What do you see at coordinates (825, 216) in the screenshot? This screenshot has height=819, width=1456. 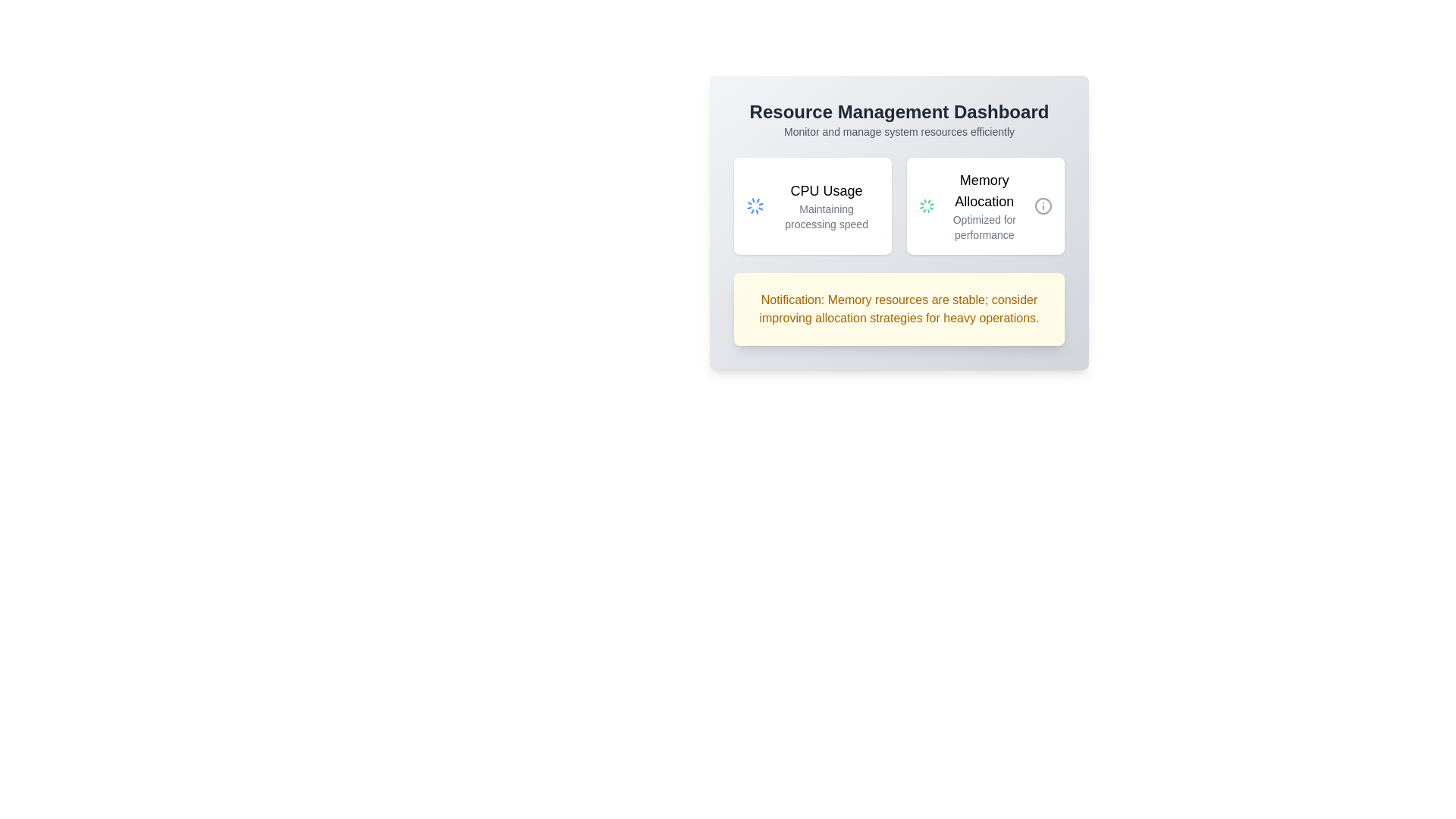 I see `the text label element containing the phrase 'Maintaining processing speed,' which is located below 'CPU Usage' in a card on the left side of the dashboard` at bounding box center [825, 216].